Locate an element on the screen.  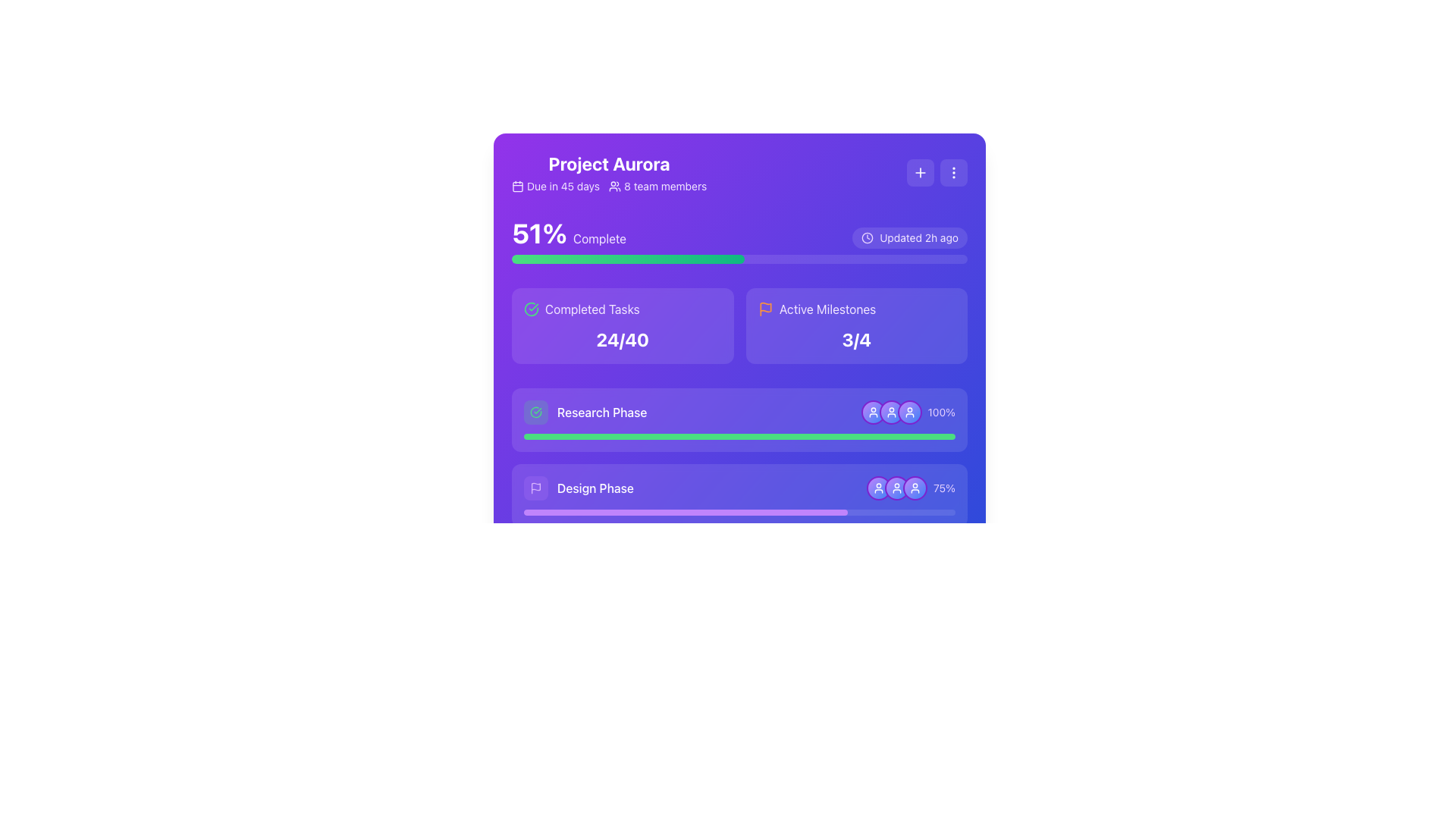
the progress bar segment that visually represents the task completion at 51%, located below the '51% Complete' text is located at coordinates (628, 259).